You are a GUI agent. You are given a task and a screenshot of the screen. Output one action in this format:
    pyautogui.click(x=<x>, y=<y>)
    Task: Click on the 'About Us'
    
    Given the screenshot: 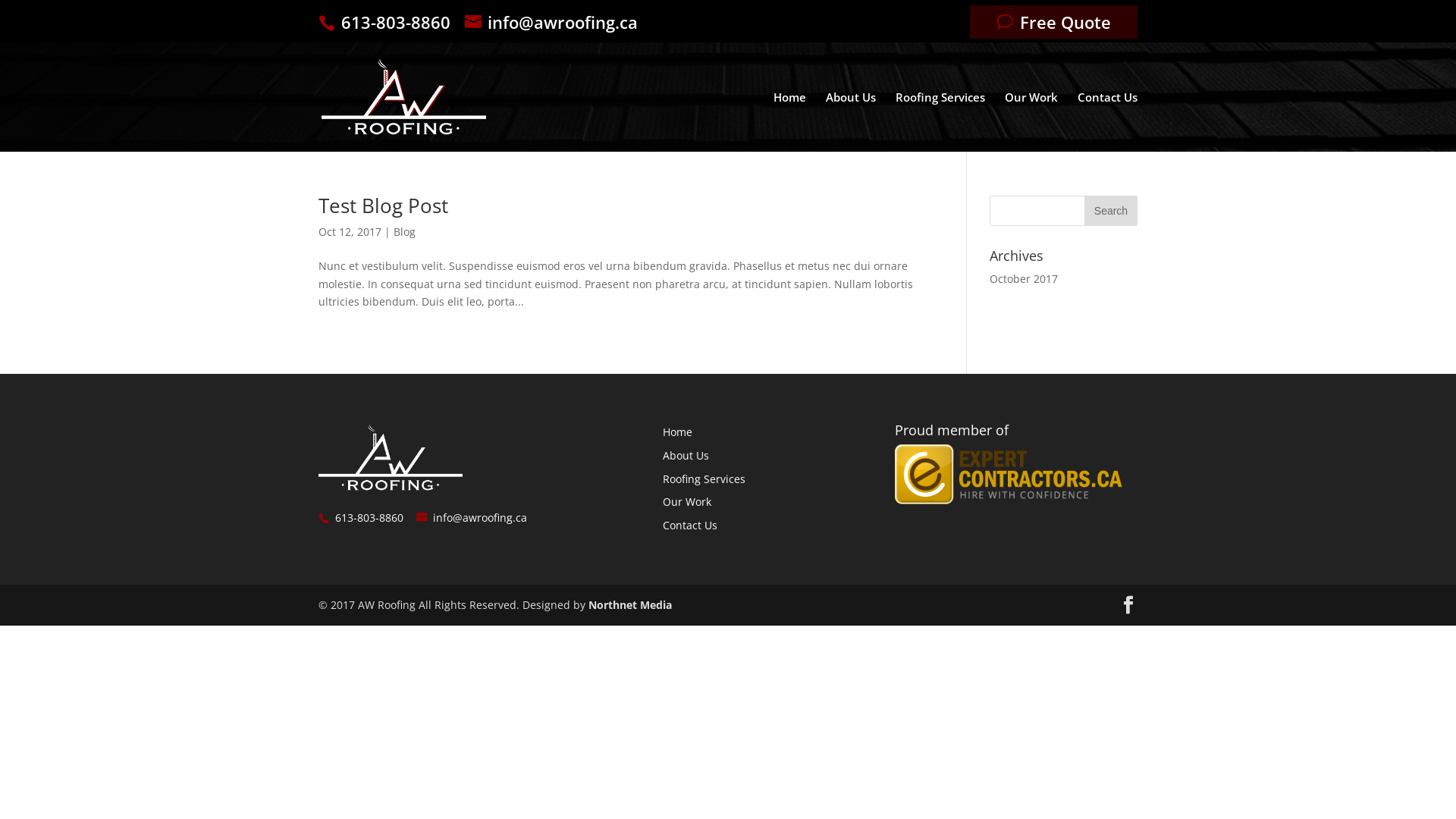 What is the action you would take?
    pyautogui.click(x=851, y=121)
    